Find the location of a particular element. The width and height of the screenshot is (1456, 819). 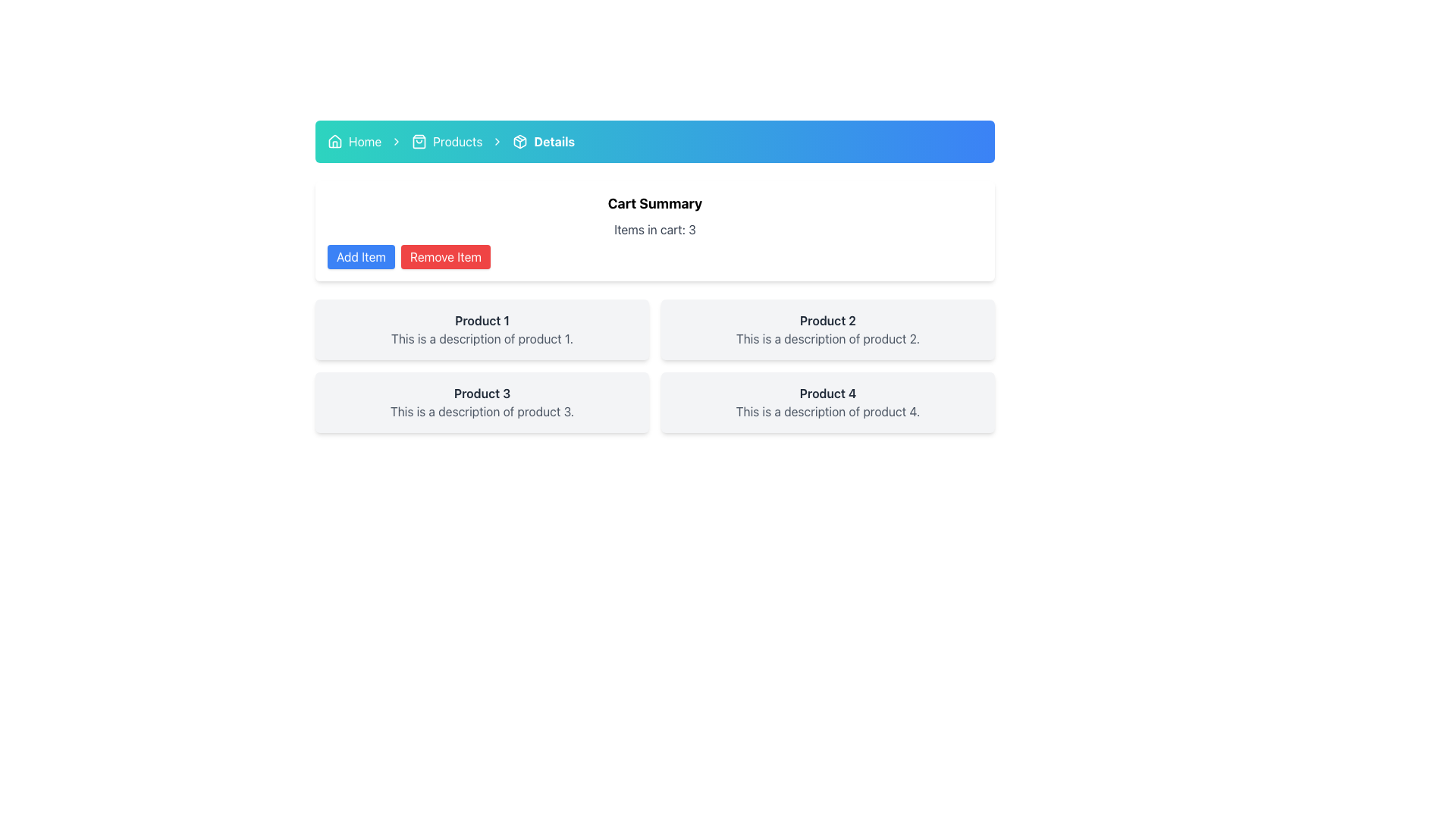

the house icon in the top navigation bar, which is styled with a line-drawing aesthetic and located immediately to the left of the 'Home' text is located at coordinates (334, 141).